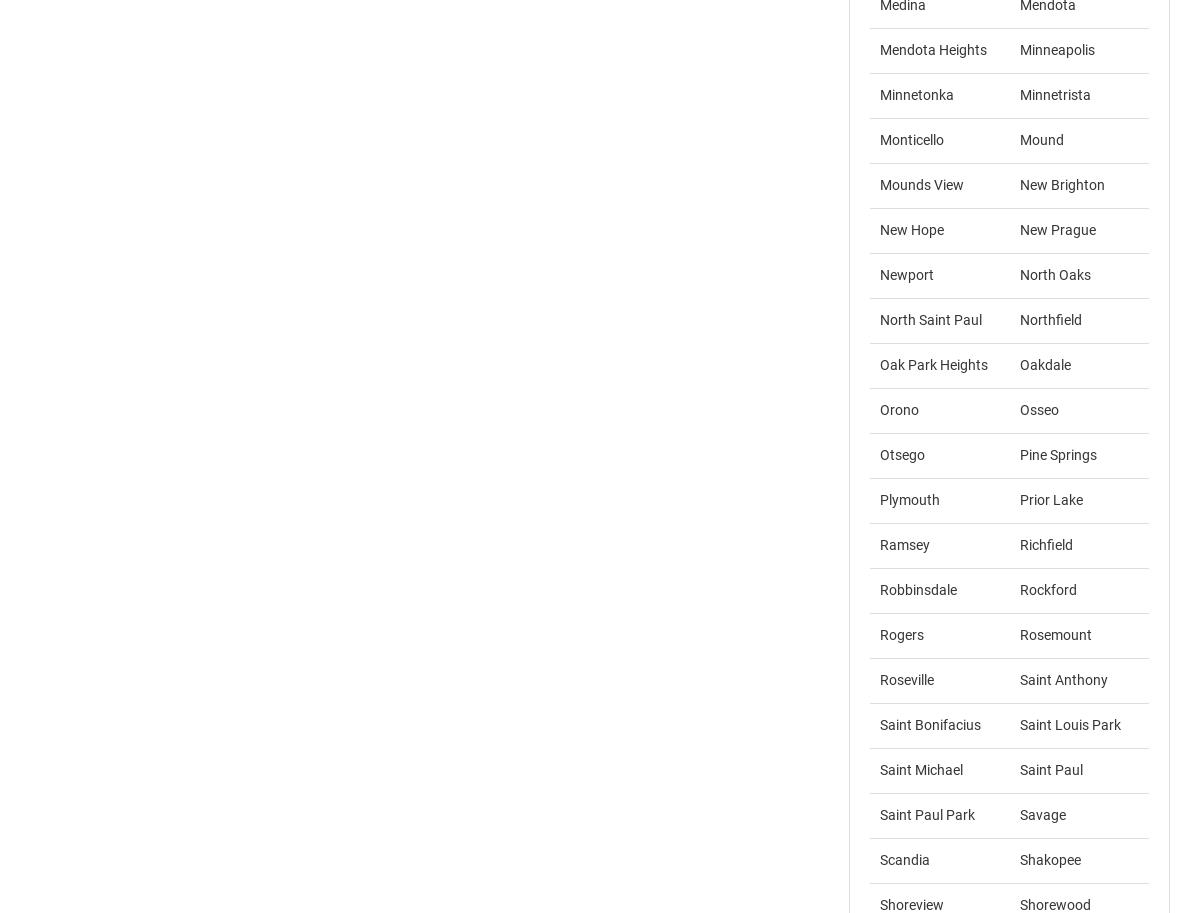 This screenshot has height=913, width=1200. Describe the element at coordinates (878, 409) in the screenshot. I see `'Orono'` at that location.